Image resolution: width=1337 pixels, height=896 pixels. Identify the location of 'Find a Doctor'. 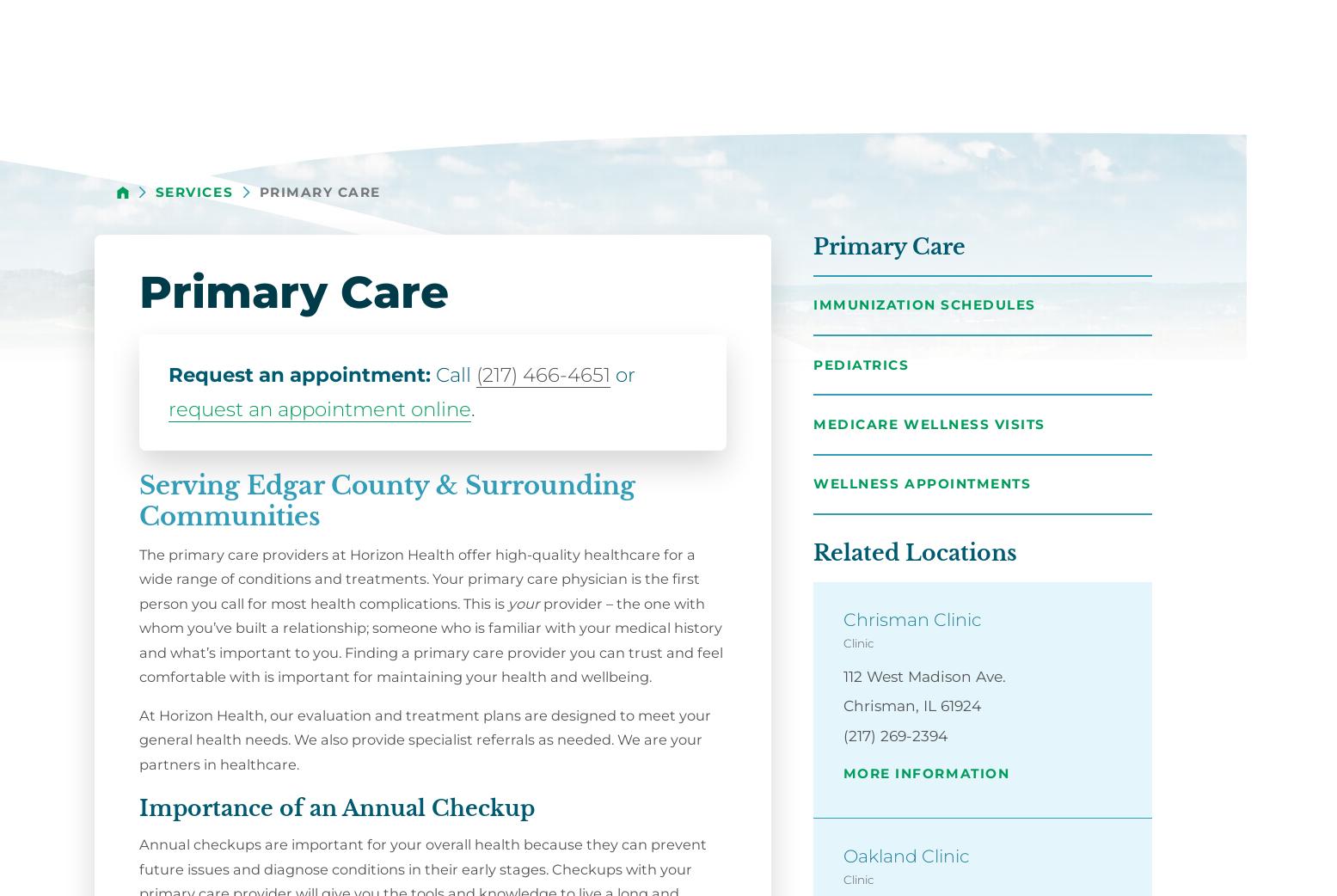
(813, 76).